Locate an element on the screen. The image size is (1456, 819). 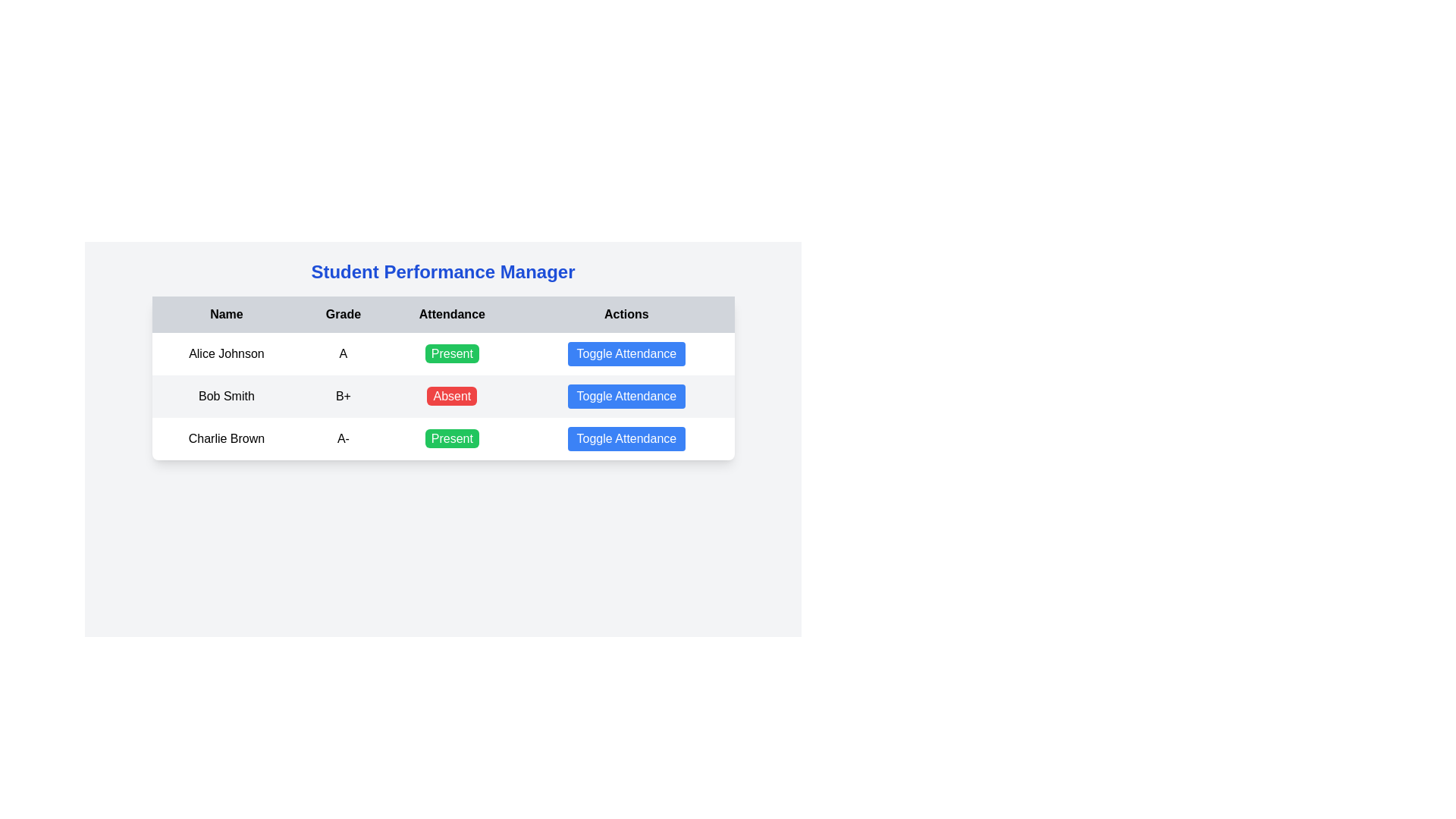
the text label displaying 'Alice Johnson', which is the first element in the 'Name' column of the table, identifying a person's record is located at coordinates (225, 353).